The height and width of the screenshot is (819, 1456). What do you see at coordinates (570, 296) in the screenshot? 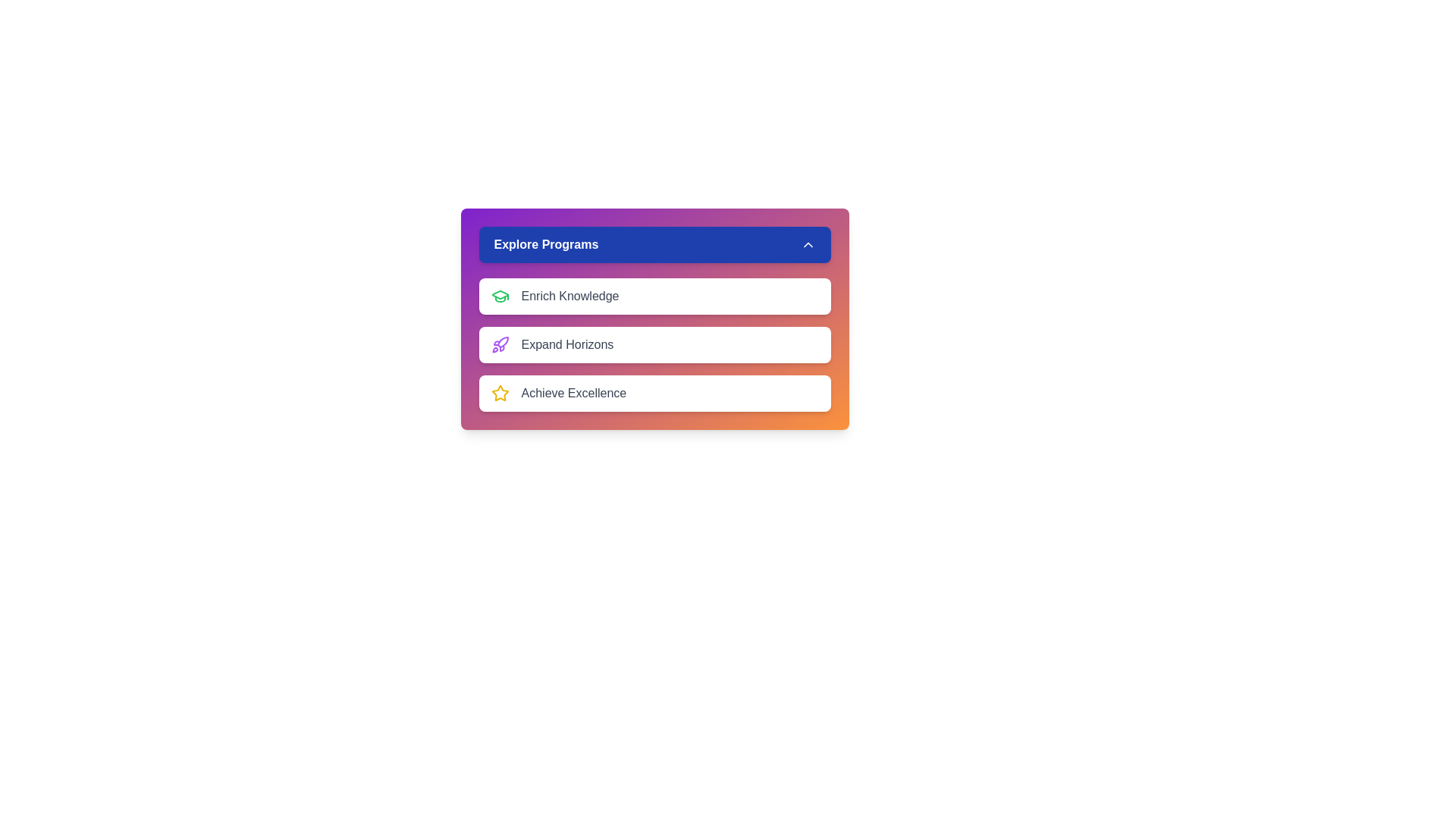
I see `the 'Enrich Knowledge' text label` at bounding box center [570, 296].